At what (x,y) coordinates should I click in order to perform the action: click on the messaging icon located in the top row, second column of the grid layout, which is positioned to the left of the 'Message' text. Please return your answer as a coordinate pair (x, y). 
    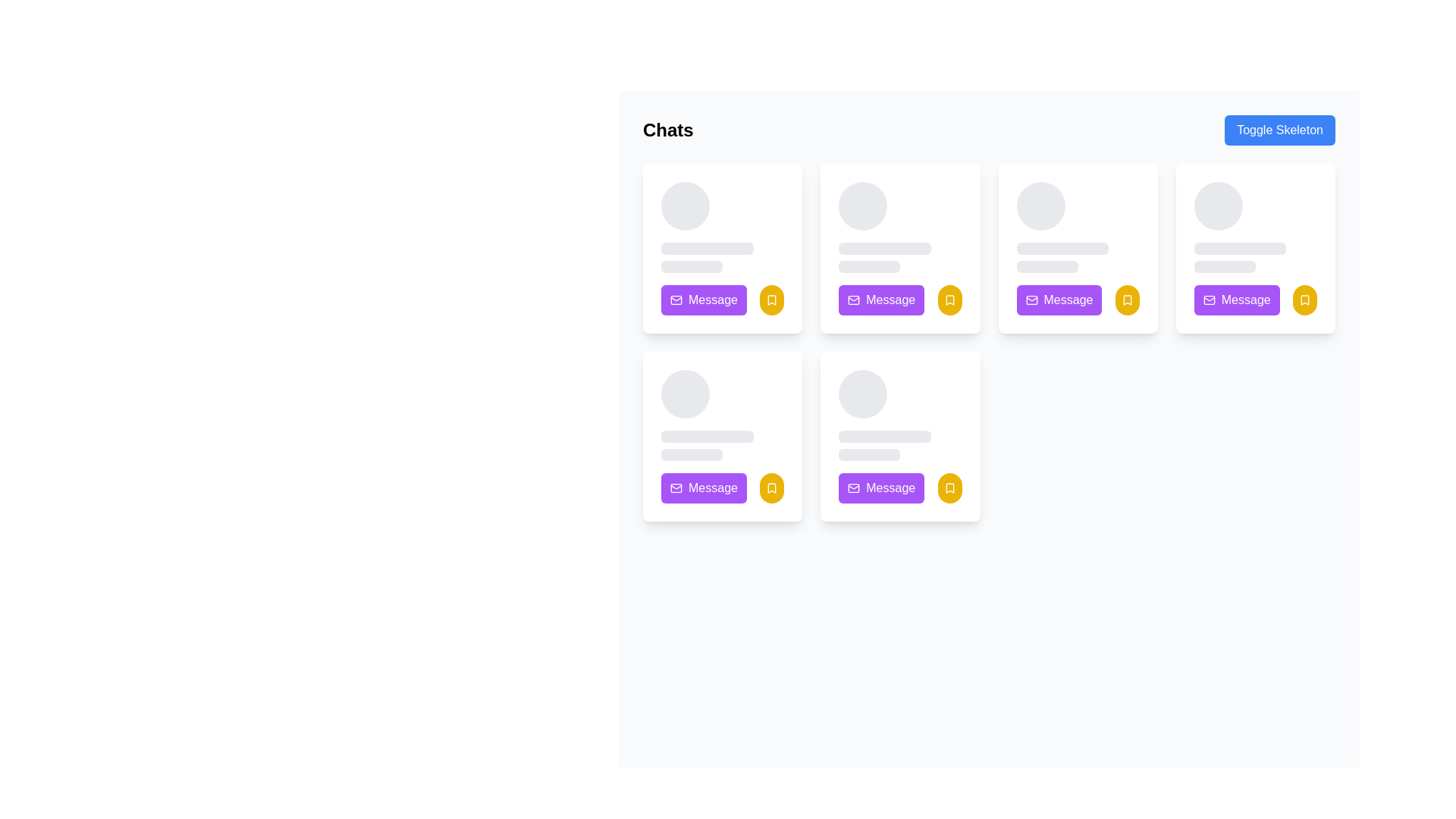
    Looking at the image, I should click on (854, 300).